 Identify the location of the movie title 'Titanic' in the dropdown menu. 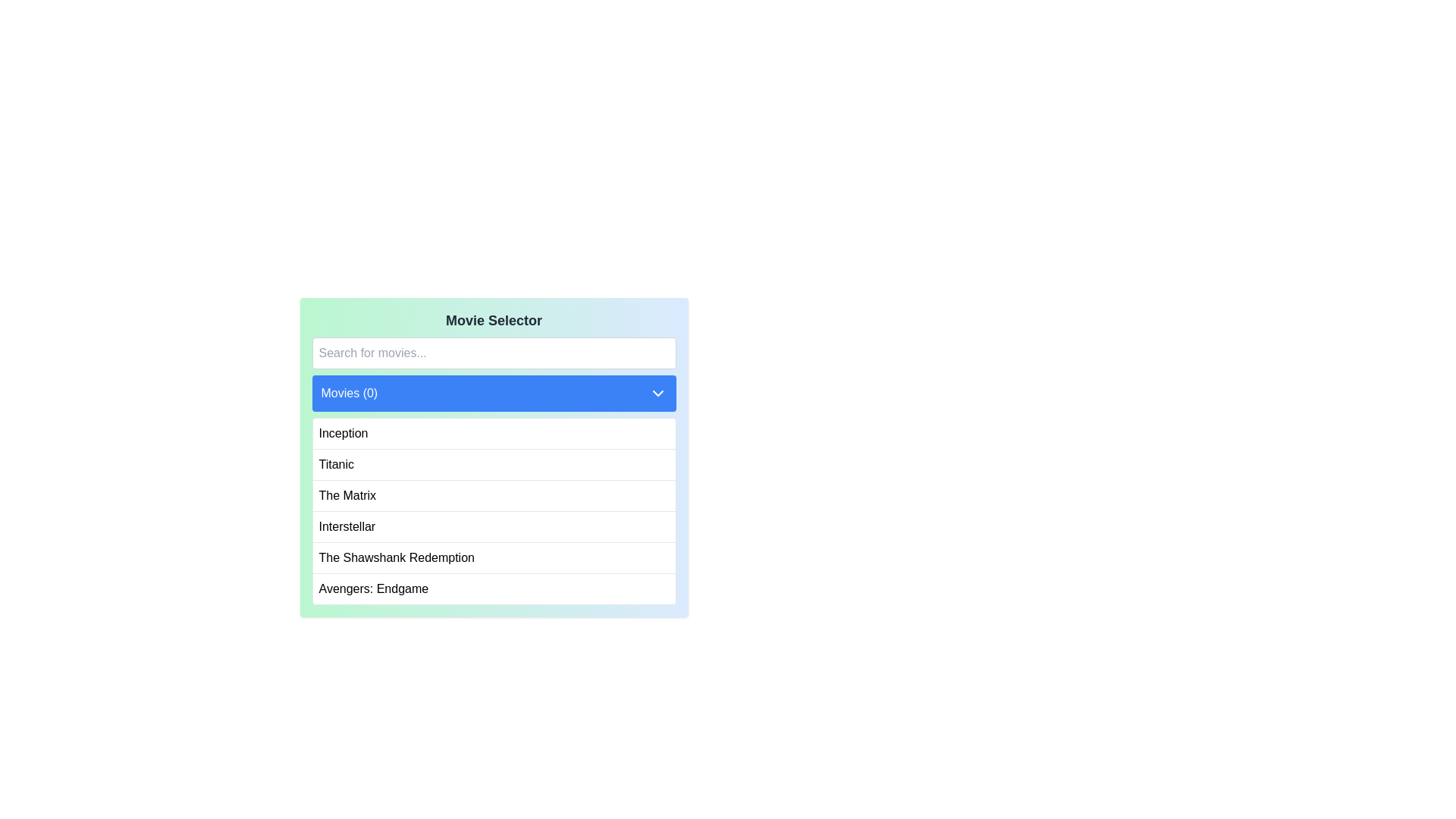
(494, 457).